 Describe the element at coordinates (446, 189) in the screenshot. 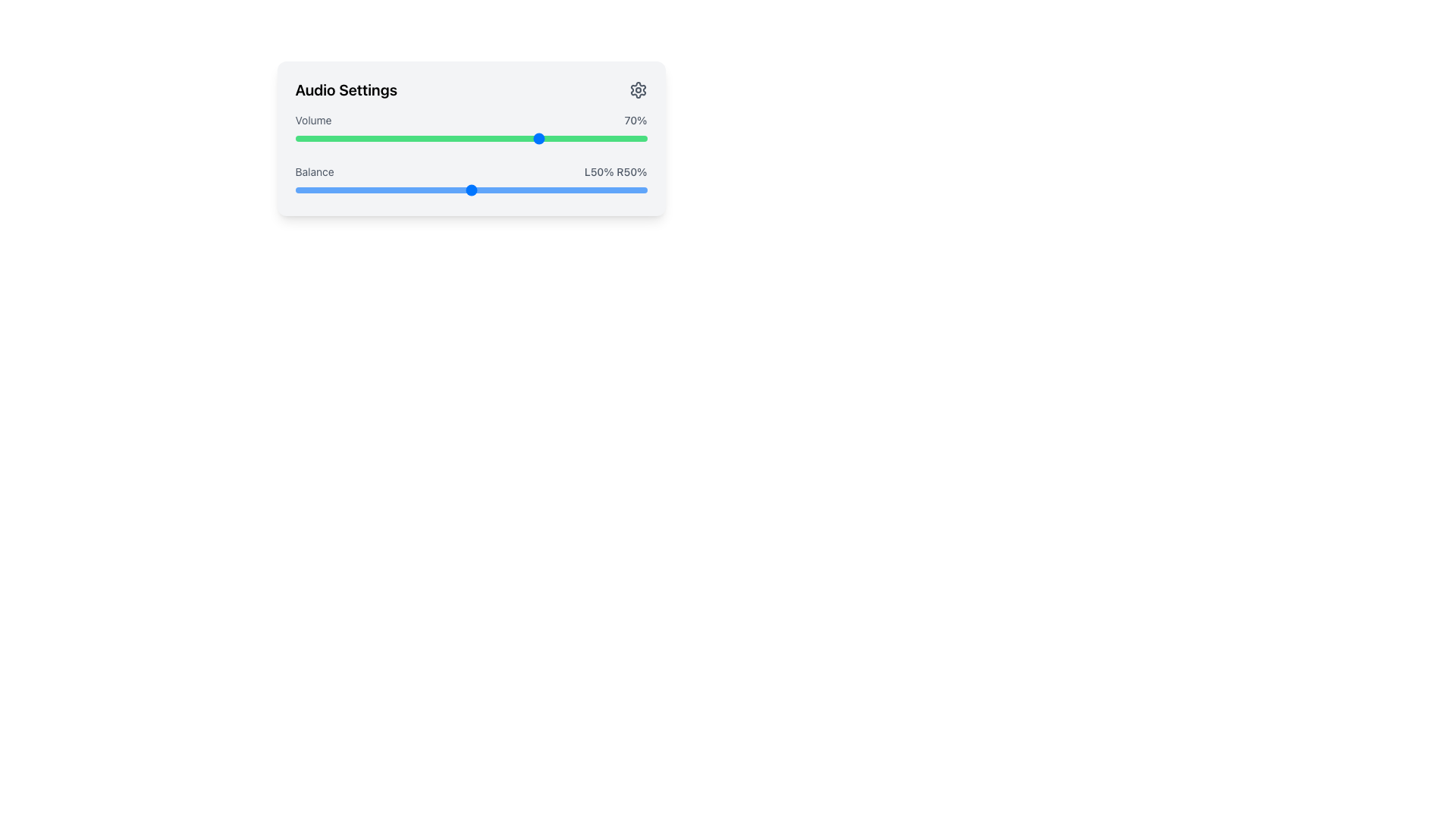

I see `the balance` at that location.